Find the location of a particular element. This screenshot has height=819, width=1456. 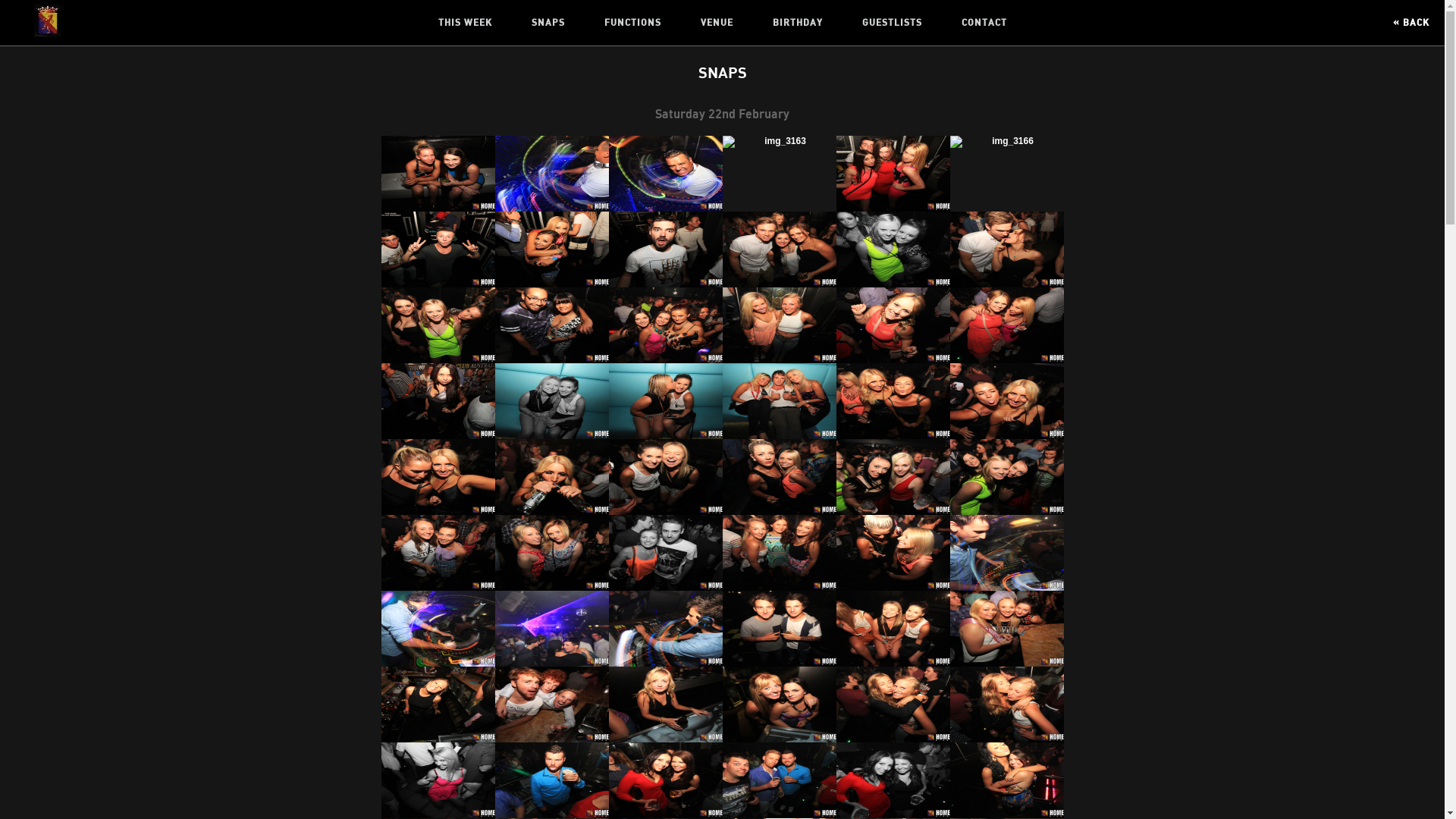

' ' is located at coordinates (892, 780).